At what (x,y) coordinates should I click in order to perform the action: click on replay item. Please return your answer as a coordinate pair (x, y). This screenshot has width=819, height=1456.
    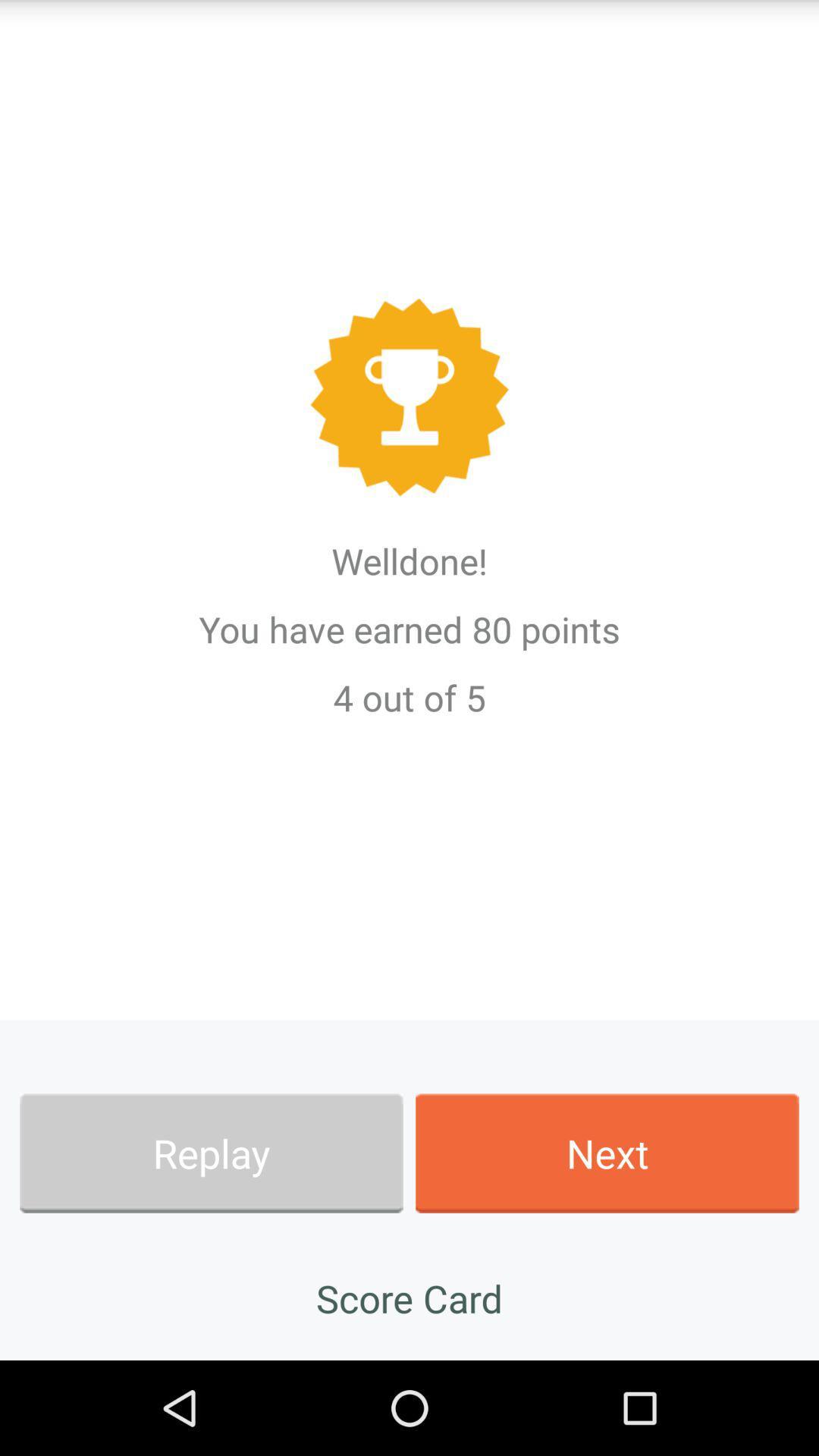
    Looking at the image, I should click on (211, 1153).